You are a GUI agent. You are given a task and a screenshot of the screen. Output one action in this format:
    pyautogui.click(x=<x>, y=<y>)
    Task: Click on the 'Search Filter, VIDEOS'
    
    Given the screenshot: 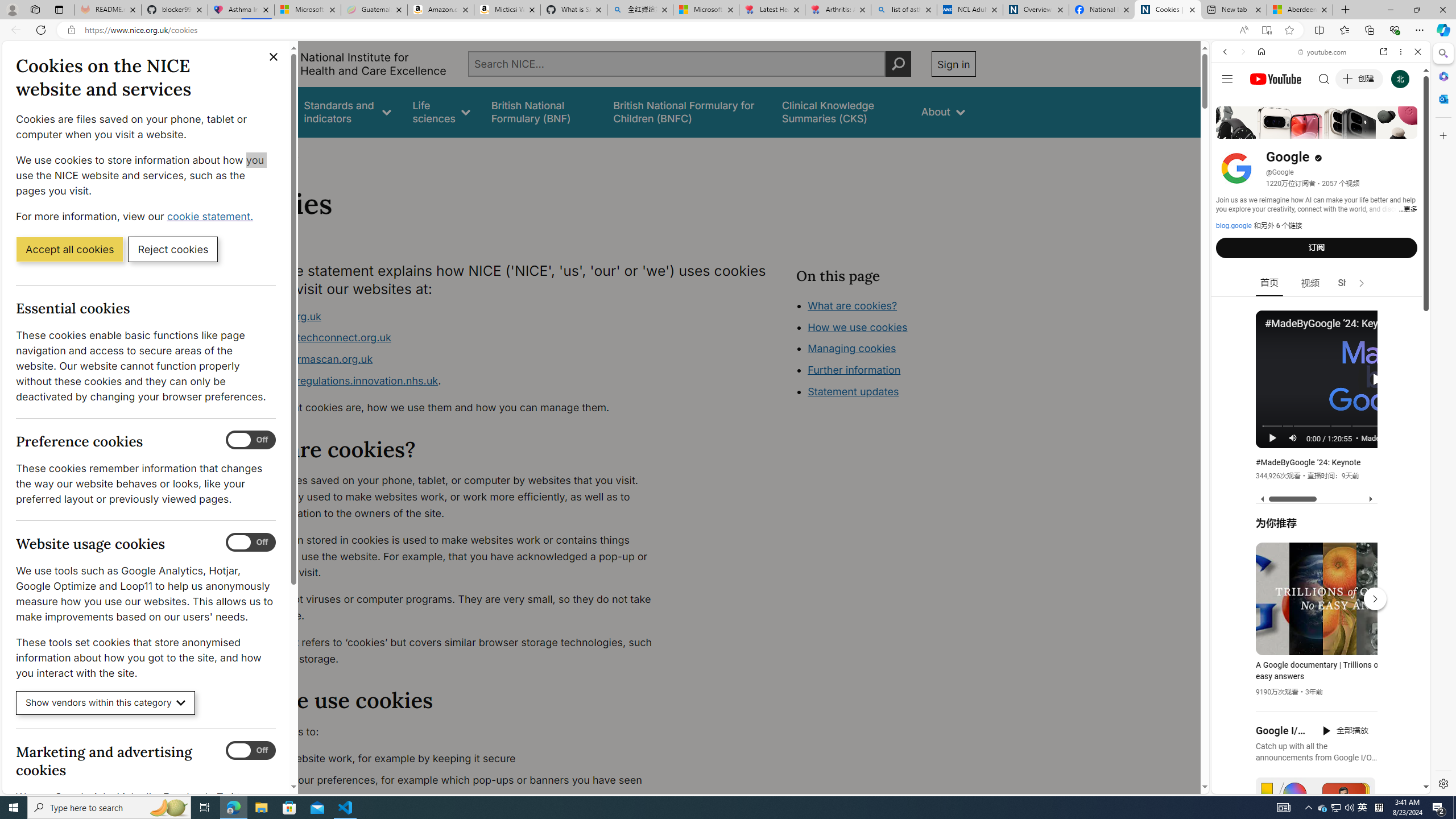 What is the action you would take?
    pyautogui.click(x=1300, y=129)
    